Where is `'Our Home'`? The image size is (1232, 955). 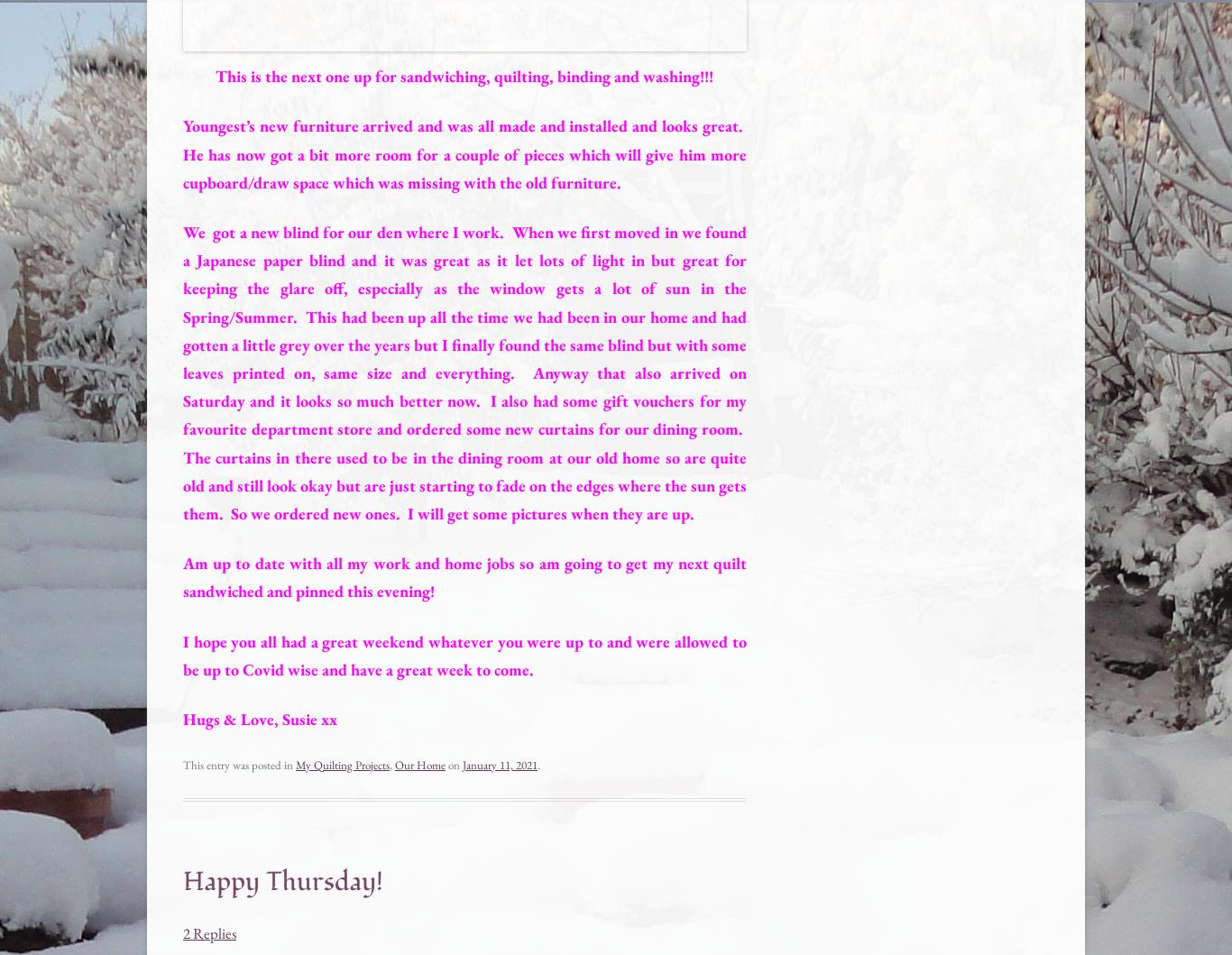
'Our Home' is located at coordinates (419, 765).